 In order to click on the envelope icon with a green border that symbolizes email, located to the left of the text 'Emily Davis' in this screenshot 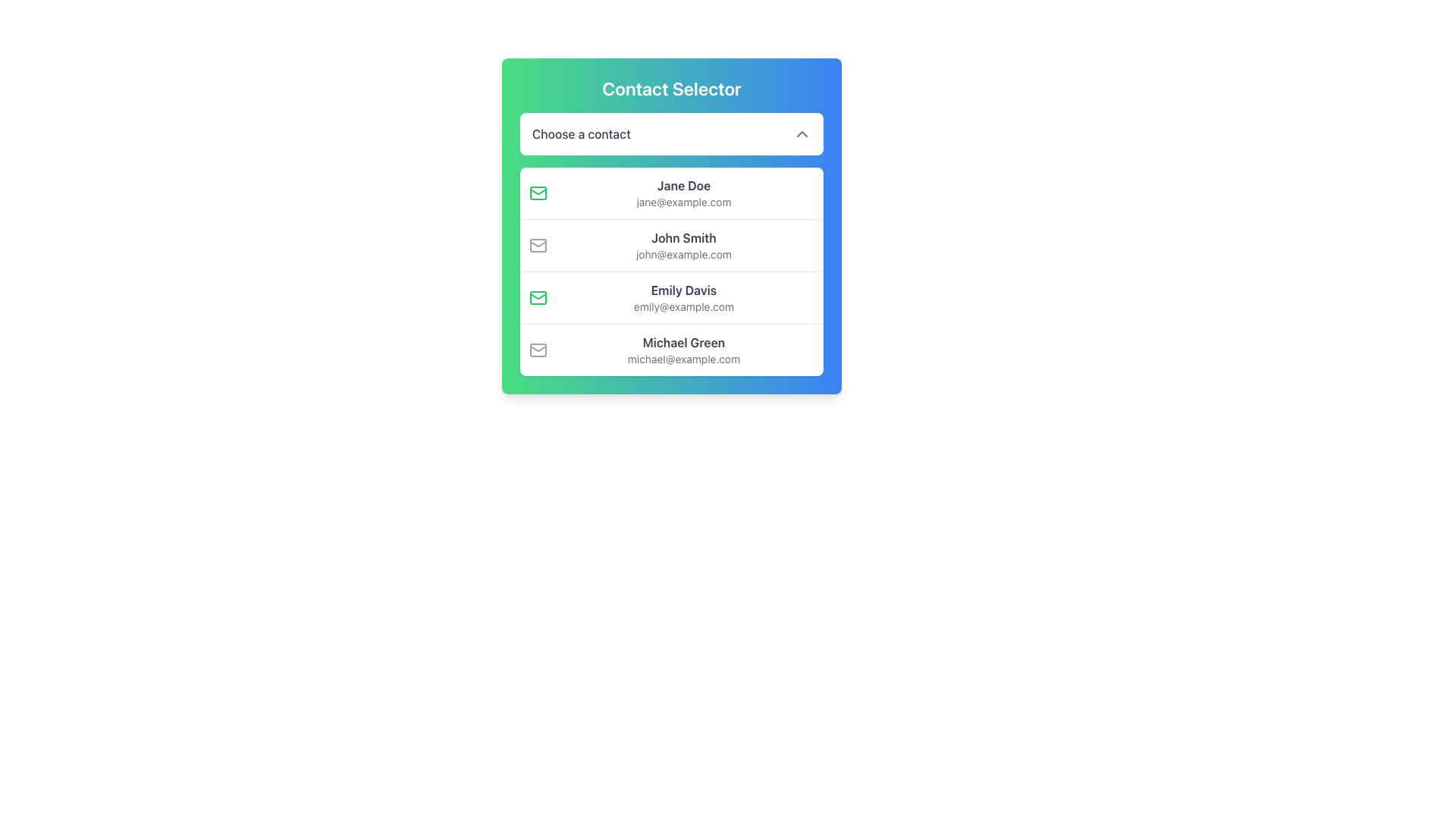, I will do `click(538, 298)`.